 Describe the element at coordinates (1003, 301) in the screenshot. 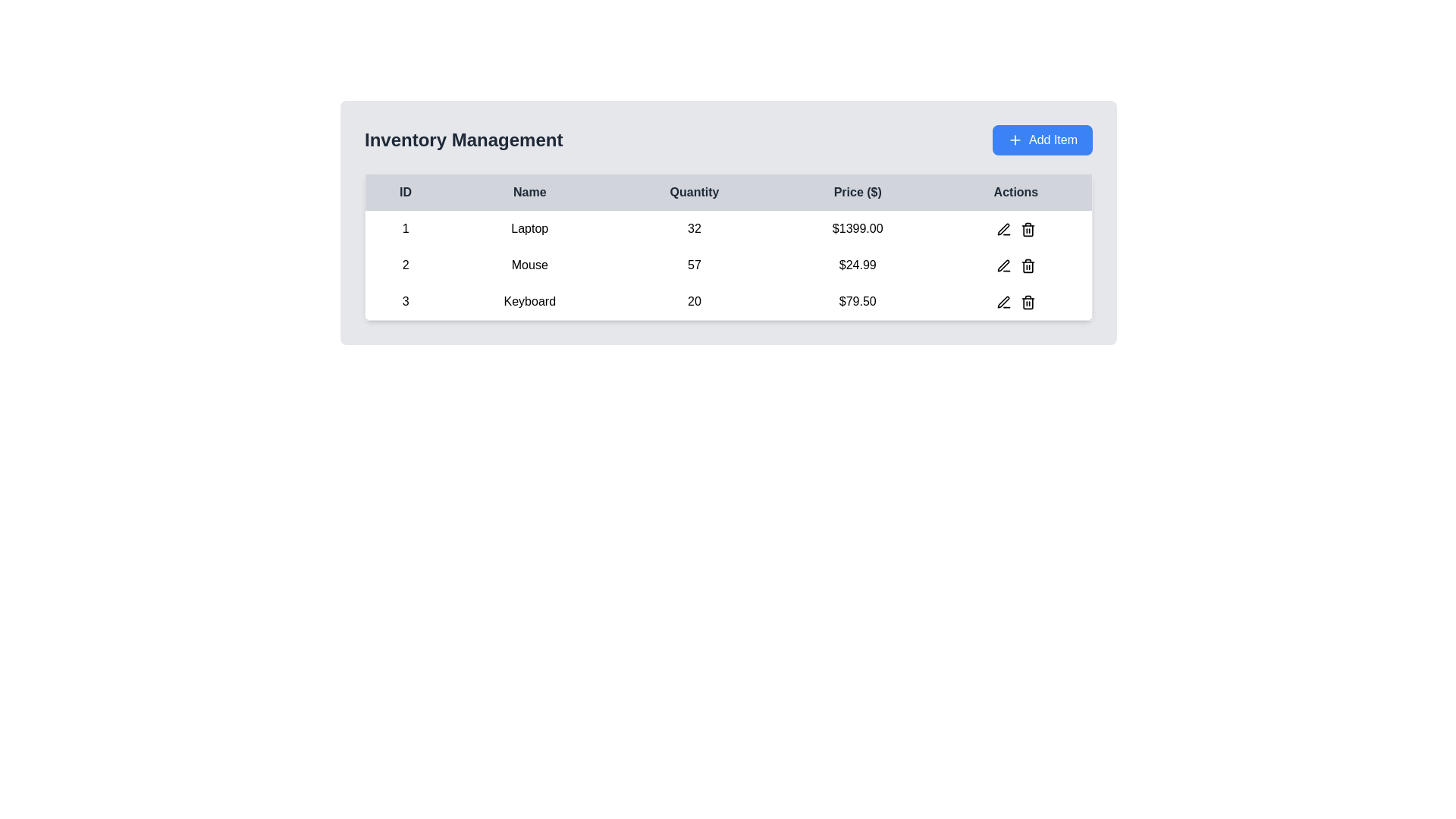

I see `the icon button that resembles a pen or pencil, located in the first interactive position of the 'Actions' column in the third table row` at that location.